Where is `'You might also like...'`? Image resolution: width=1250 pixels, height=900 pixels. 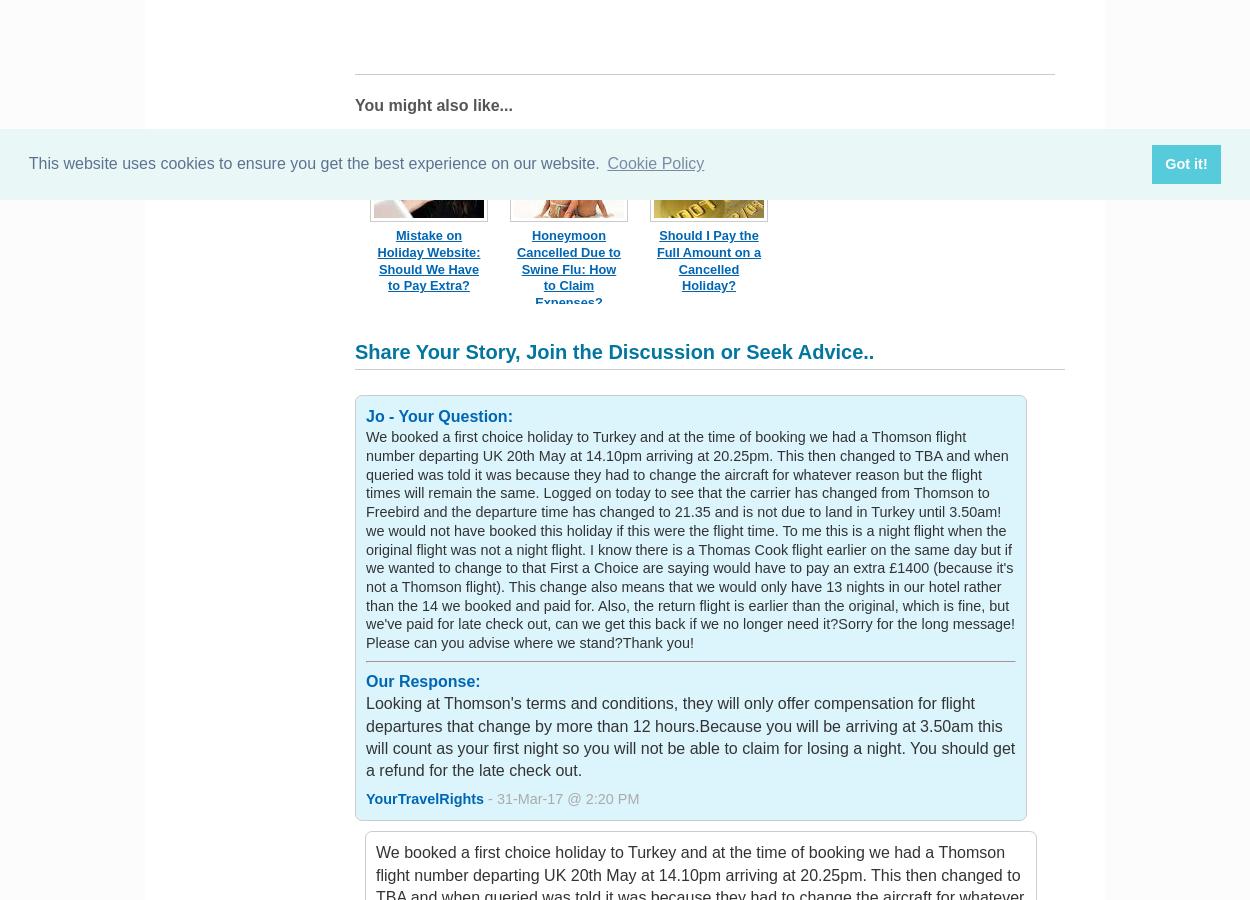
'You might also like...' is located at coordinates (433, 104).